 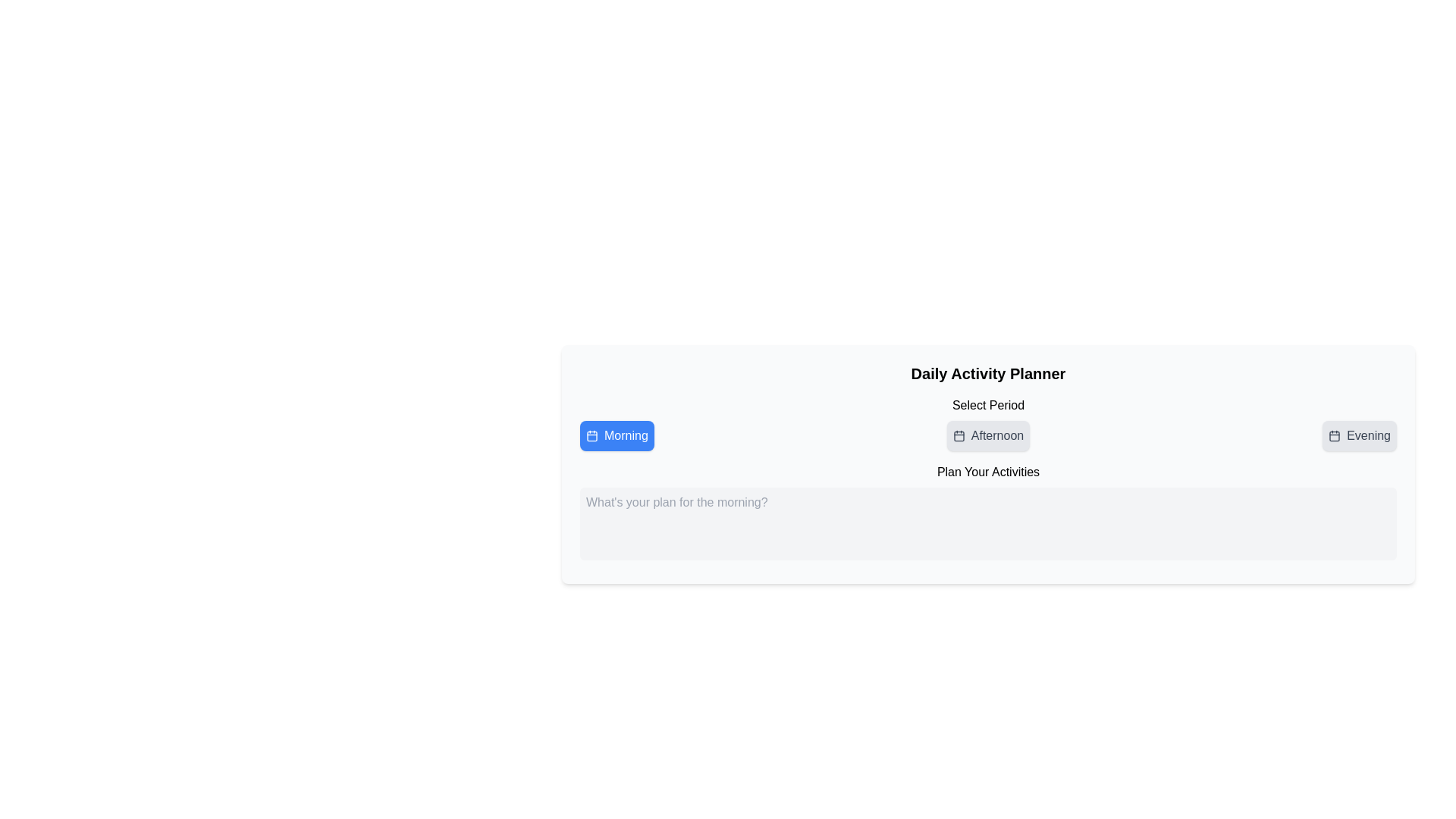 I want to click on the 'Afternoon' button, which is a horizontally rectangular button with a calendar icon, using keyboard navigation, so click(x=988, y=435).